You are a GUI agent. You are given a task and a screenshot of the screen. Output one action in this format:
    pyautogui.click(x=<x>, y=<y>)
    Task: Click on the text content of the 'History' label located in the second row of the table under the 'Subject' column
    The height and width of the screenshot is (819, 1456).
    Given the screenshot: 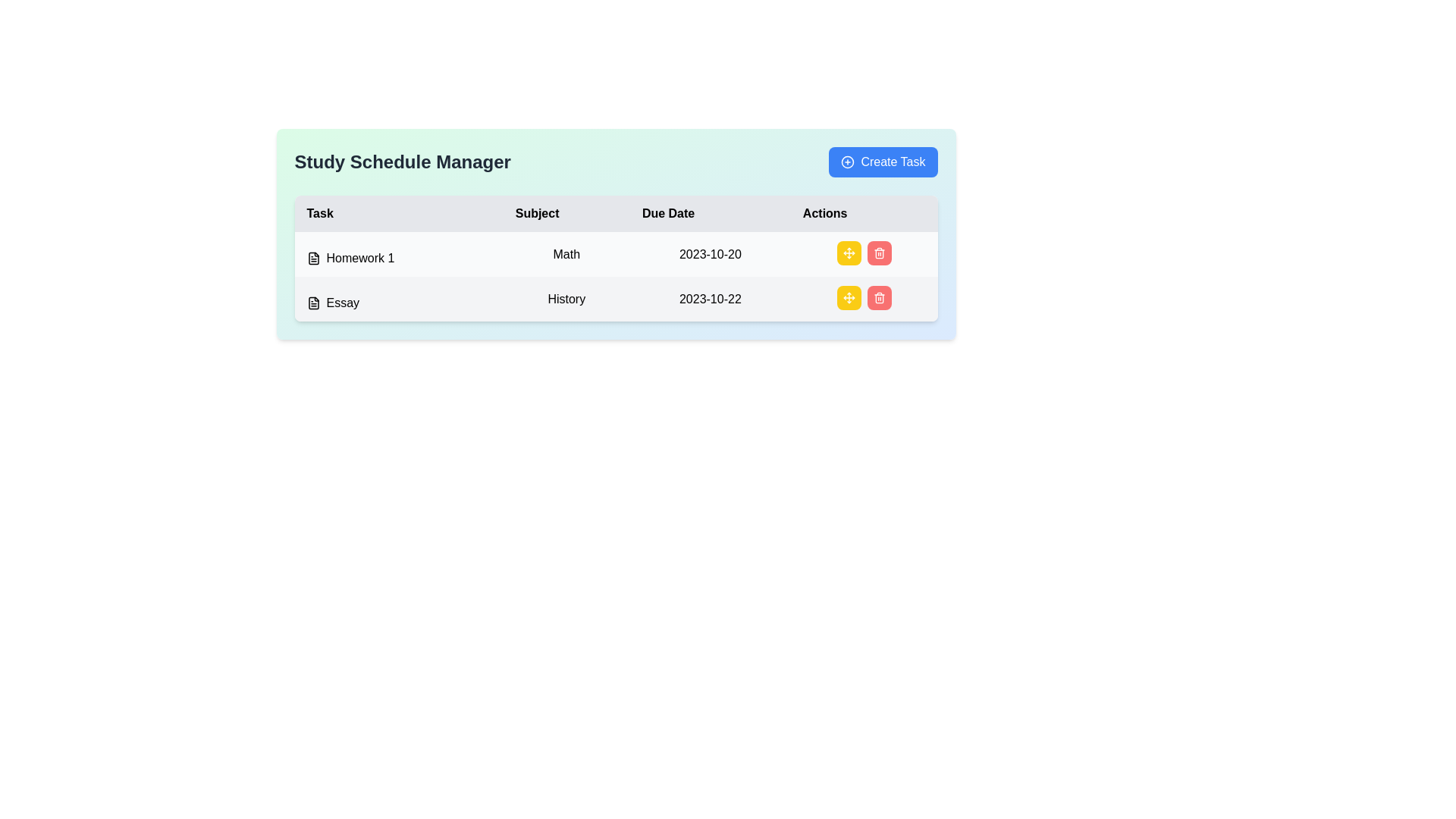 What is the action you would take?
    pyautogui.click(x=566, y=299)
    